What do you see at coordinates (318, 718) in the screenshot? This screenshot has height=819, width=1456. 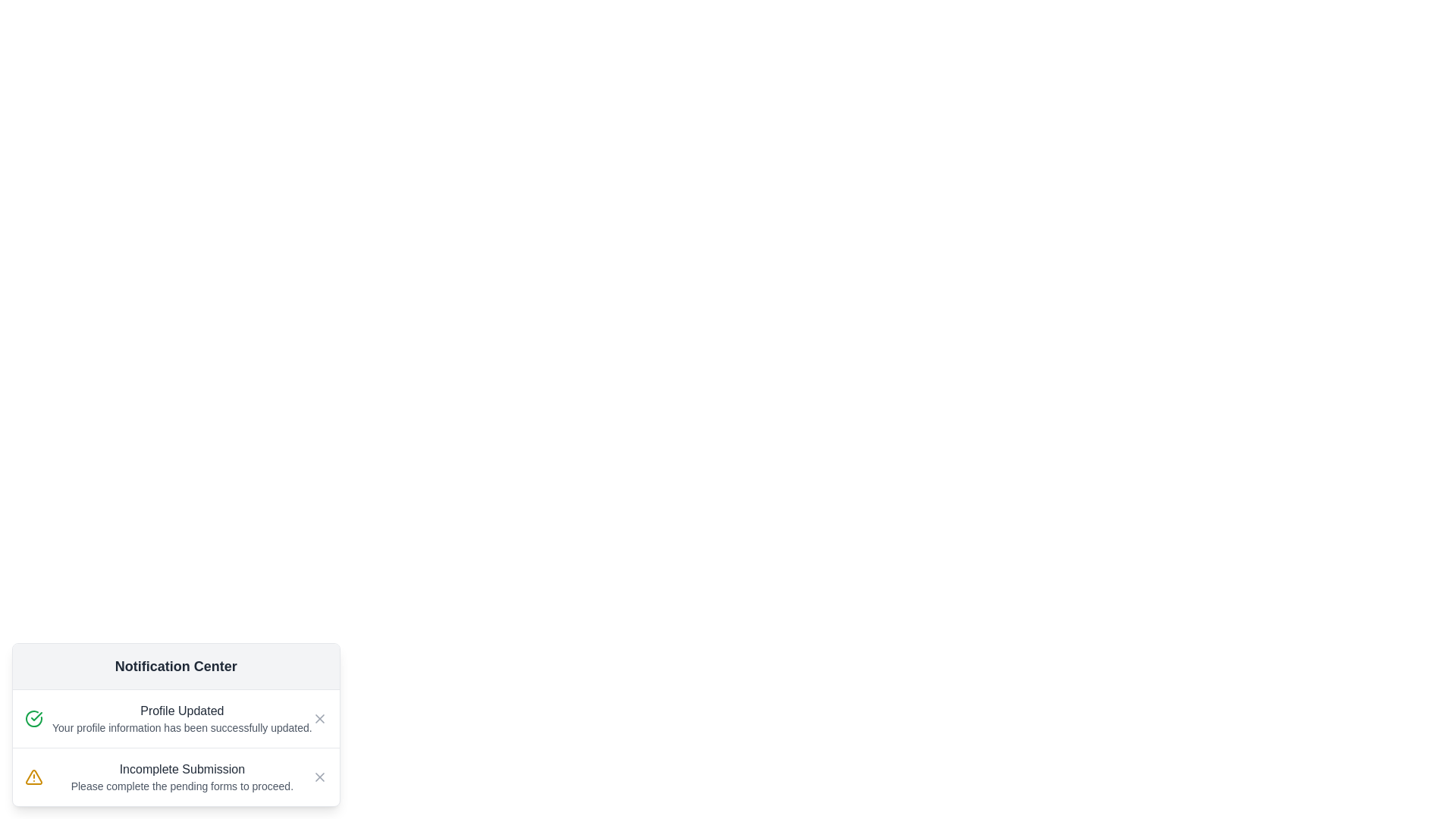 I see `the diagonal line segment that forms part of the 'X' icon in the top-right corner of the 'Profile Updated' notification` at bounding box center [318, 718].